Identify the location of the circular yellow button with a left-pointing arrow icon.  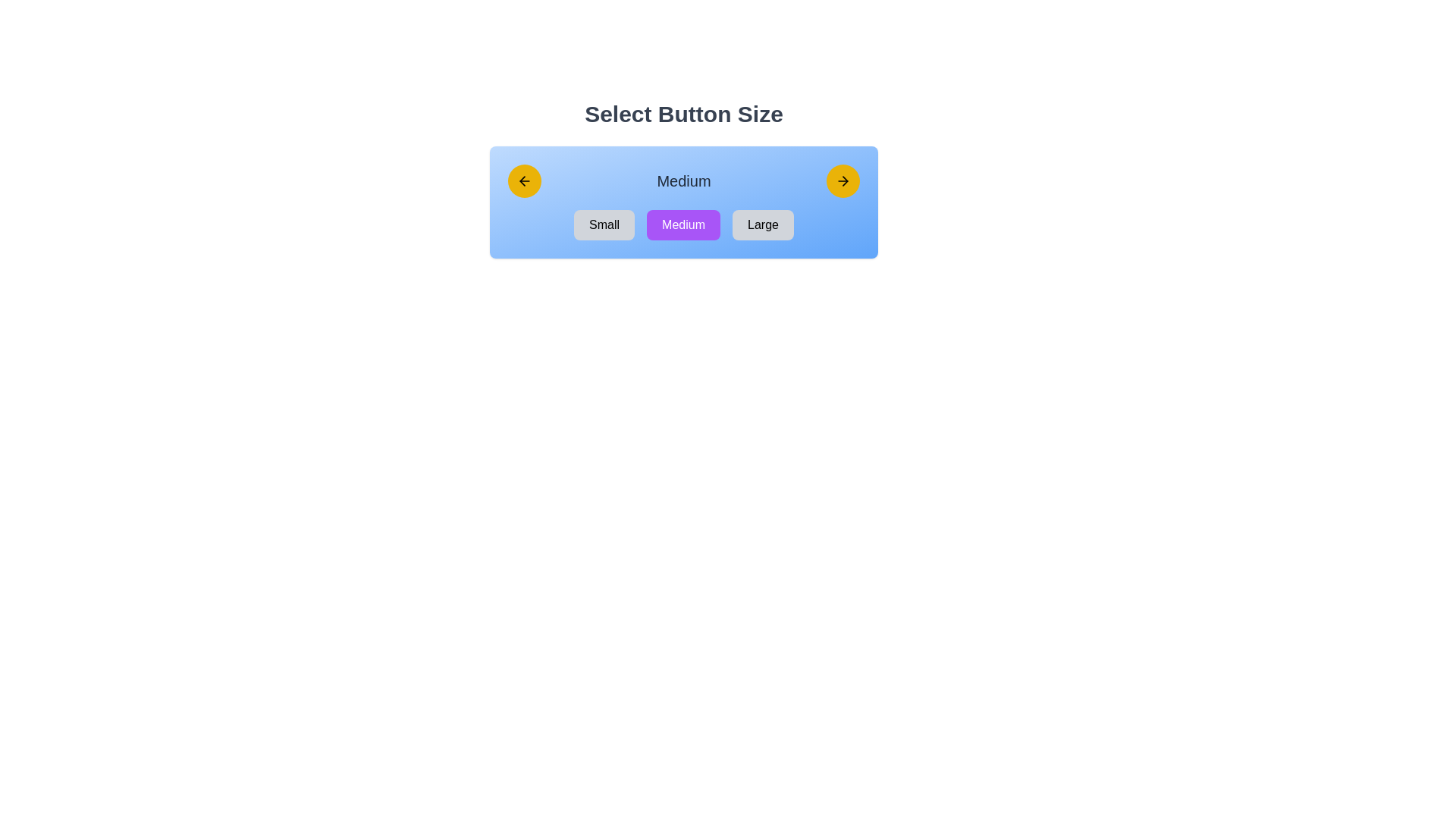
(524, 180).